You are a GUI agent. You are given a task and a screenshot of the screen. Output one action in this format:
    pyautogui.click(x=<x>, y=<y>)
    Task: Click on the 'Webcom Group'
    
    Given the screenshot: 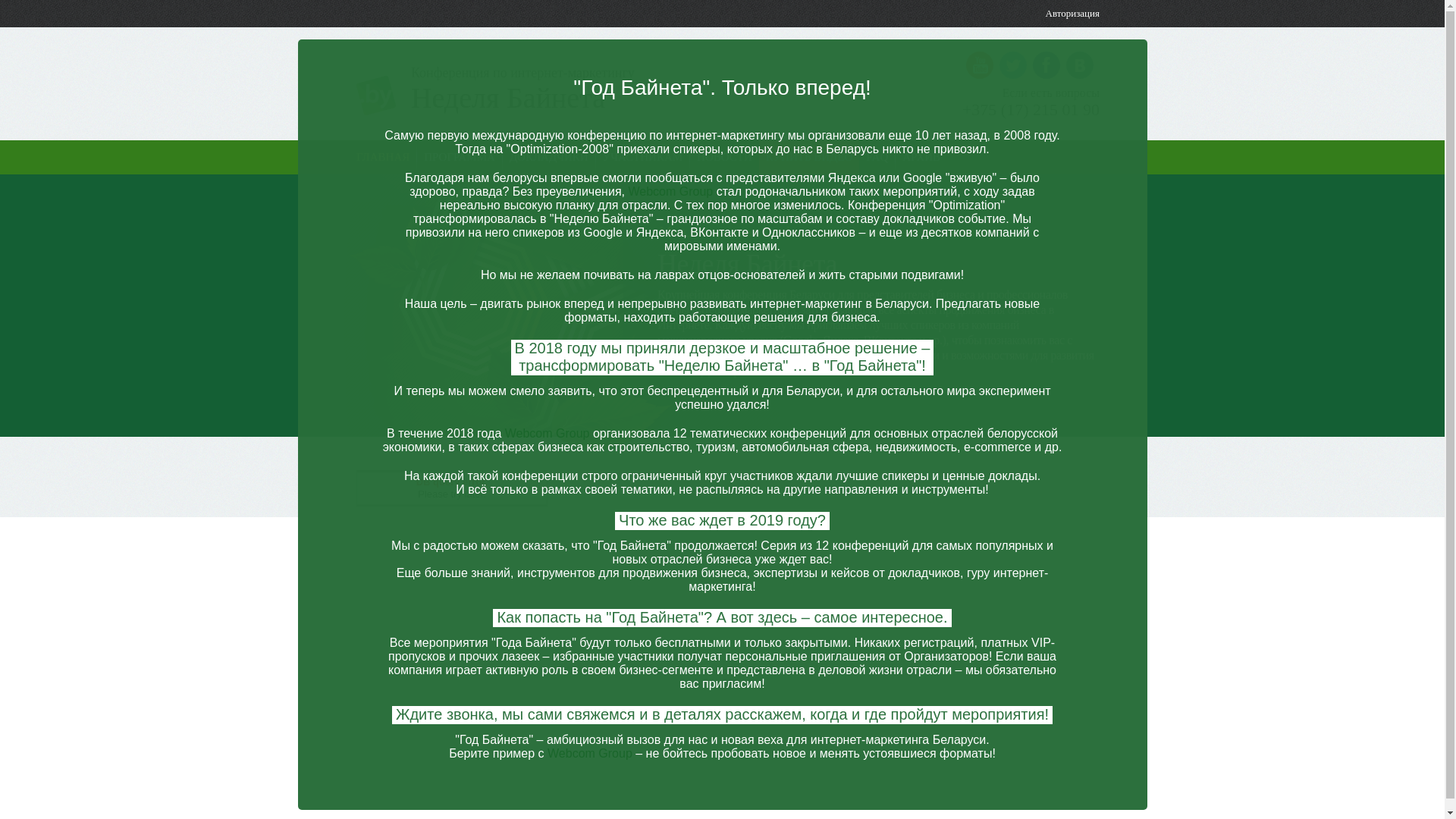 What is the action you would take?
    pyautogui.click(x=588, y=753)
    